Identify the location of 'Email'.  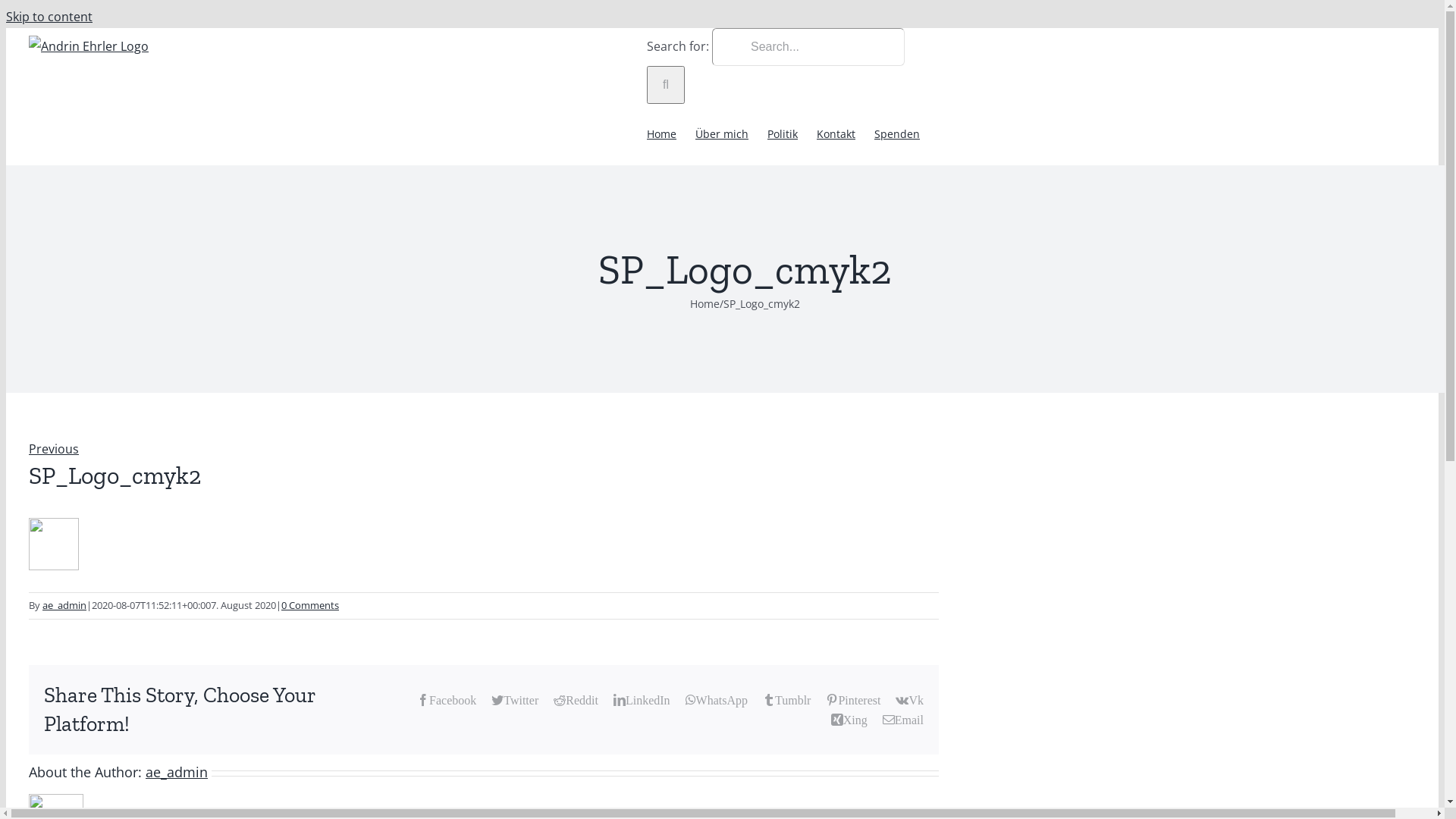
(902, 718).